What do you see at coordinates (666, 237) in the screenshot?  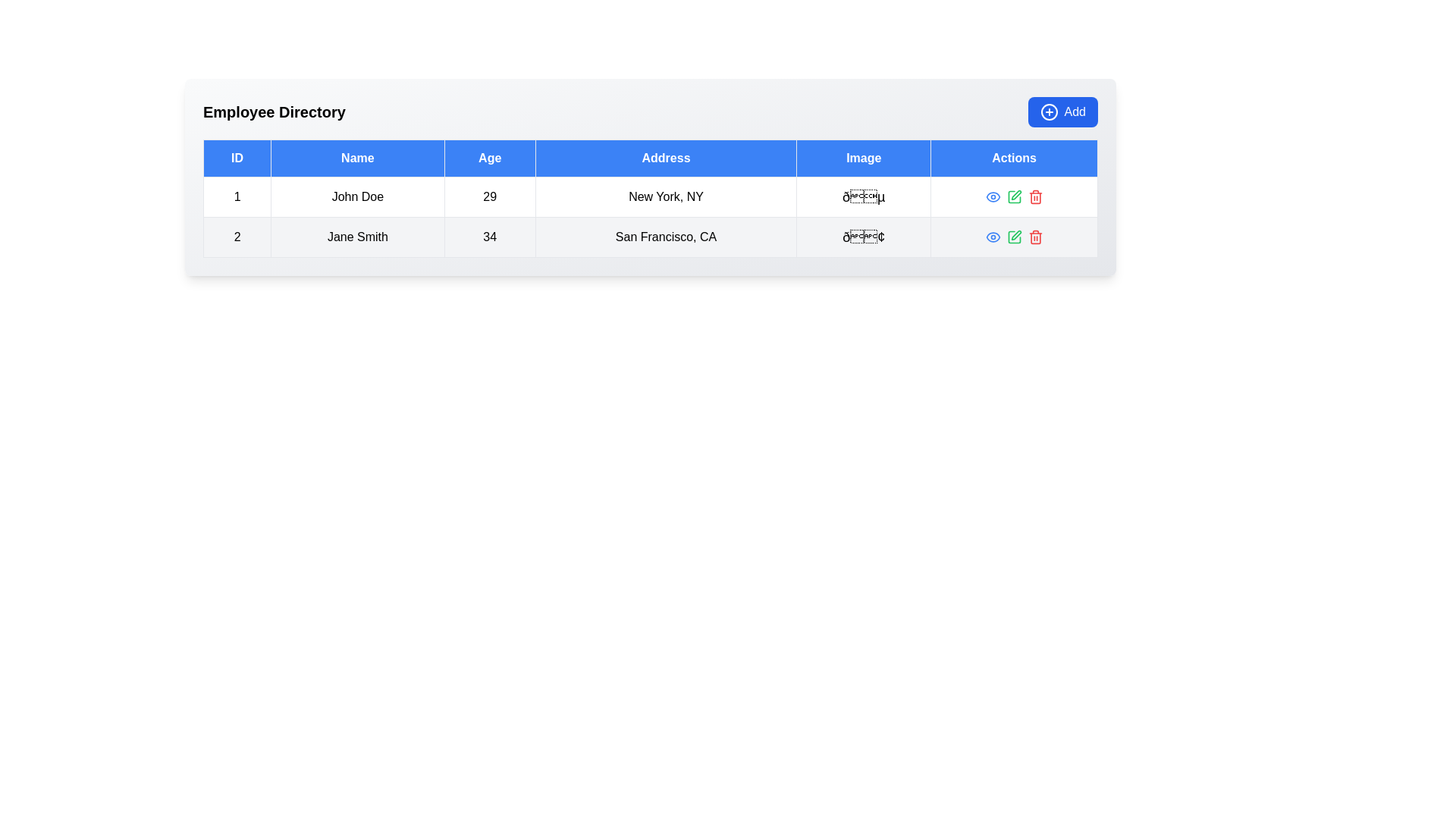 I see `the static textual data cell displaying 'San Francisco, CA' located in the fourth column of the second row under the 'Address' heading` at bounding box center [666, 237].